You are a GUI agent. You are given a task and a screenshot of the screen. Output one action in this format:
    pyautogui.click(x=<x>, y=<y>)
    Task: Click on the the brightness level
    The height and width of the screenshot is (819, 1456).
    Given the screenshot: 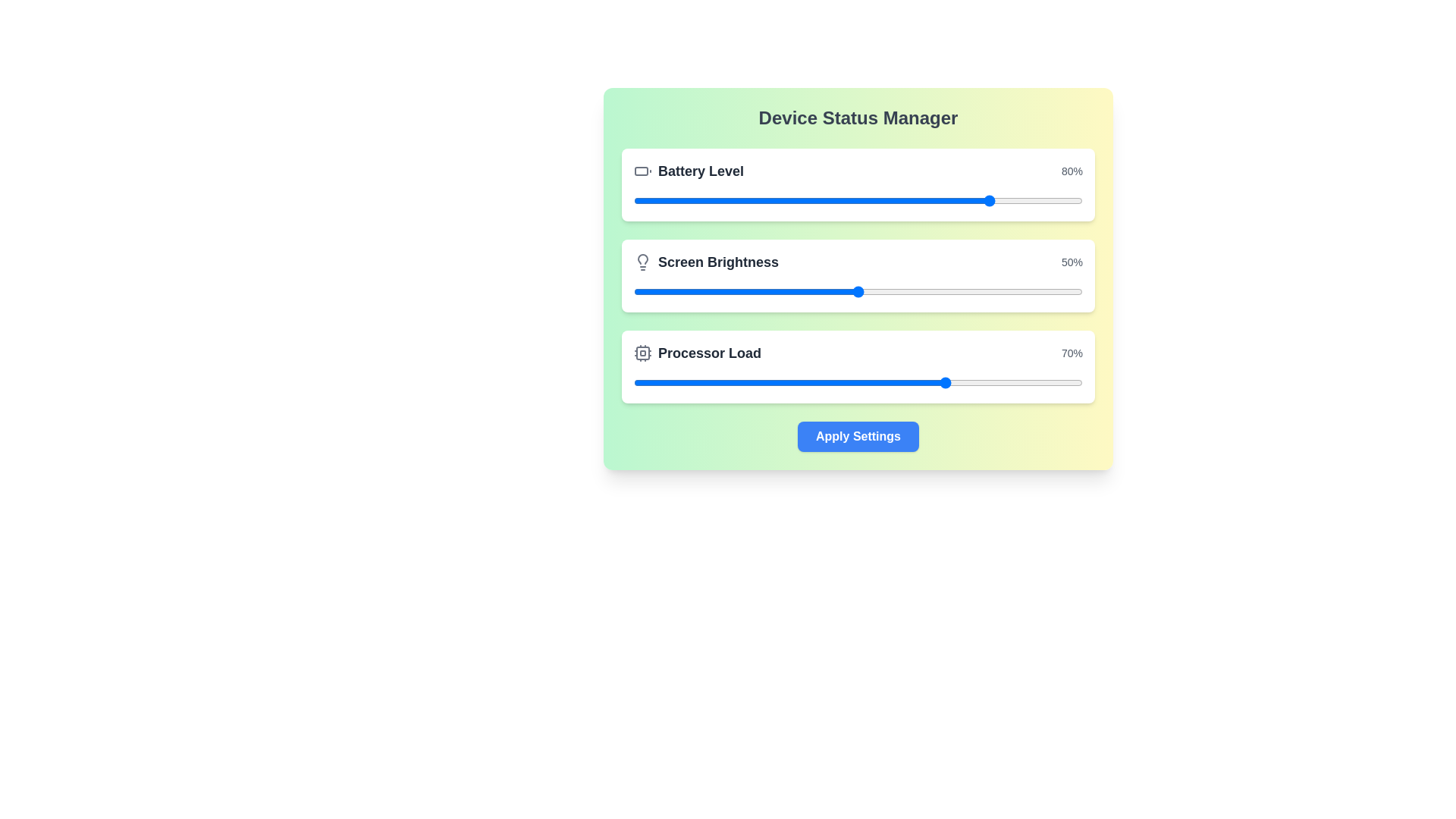 What is the action you would take?
    pyautogui.click(x=704, y=292)
    